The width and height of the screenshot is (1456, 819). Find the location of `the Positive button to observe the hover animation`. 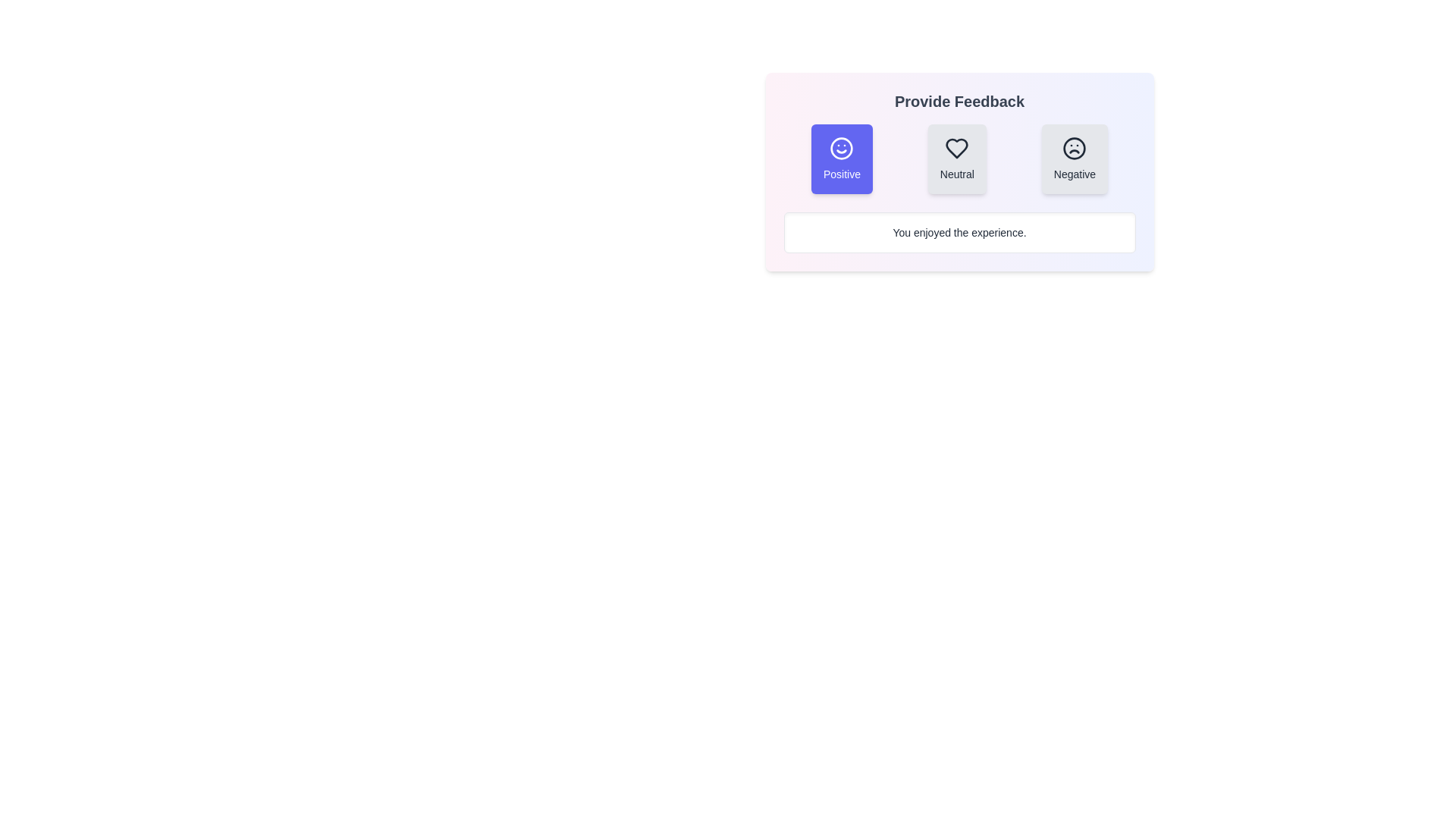

the Positive button to observe the hover animation is located at coordinates (841, 158).